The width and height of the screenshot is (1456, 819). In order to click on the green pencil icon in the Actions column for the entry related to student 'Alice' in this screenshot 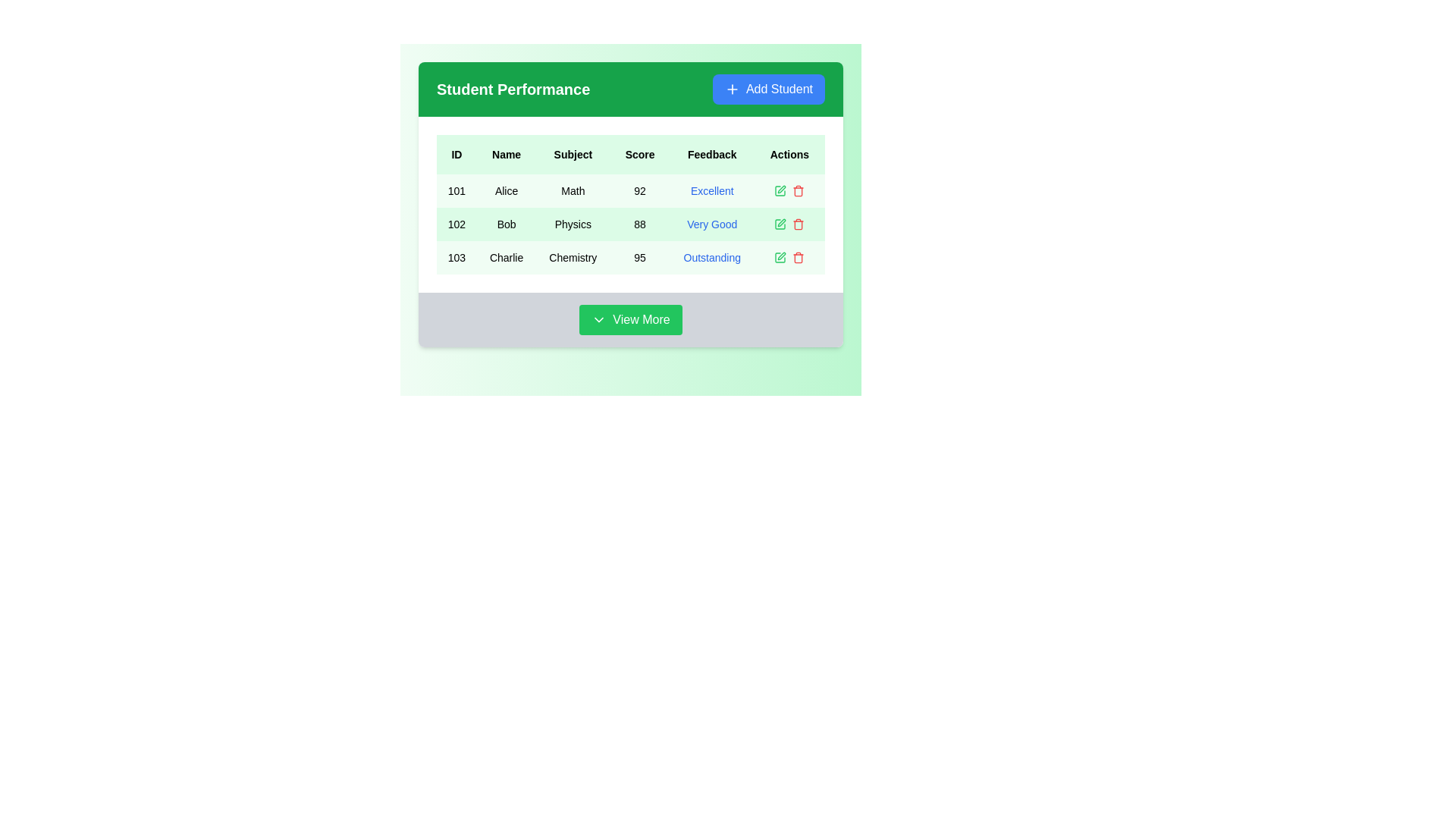, I will do `click(789, 190)`.